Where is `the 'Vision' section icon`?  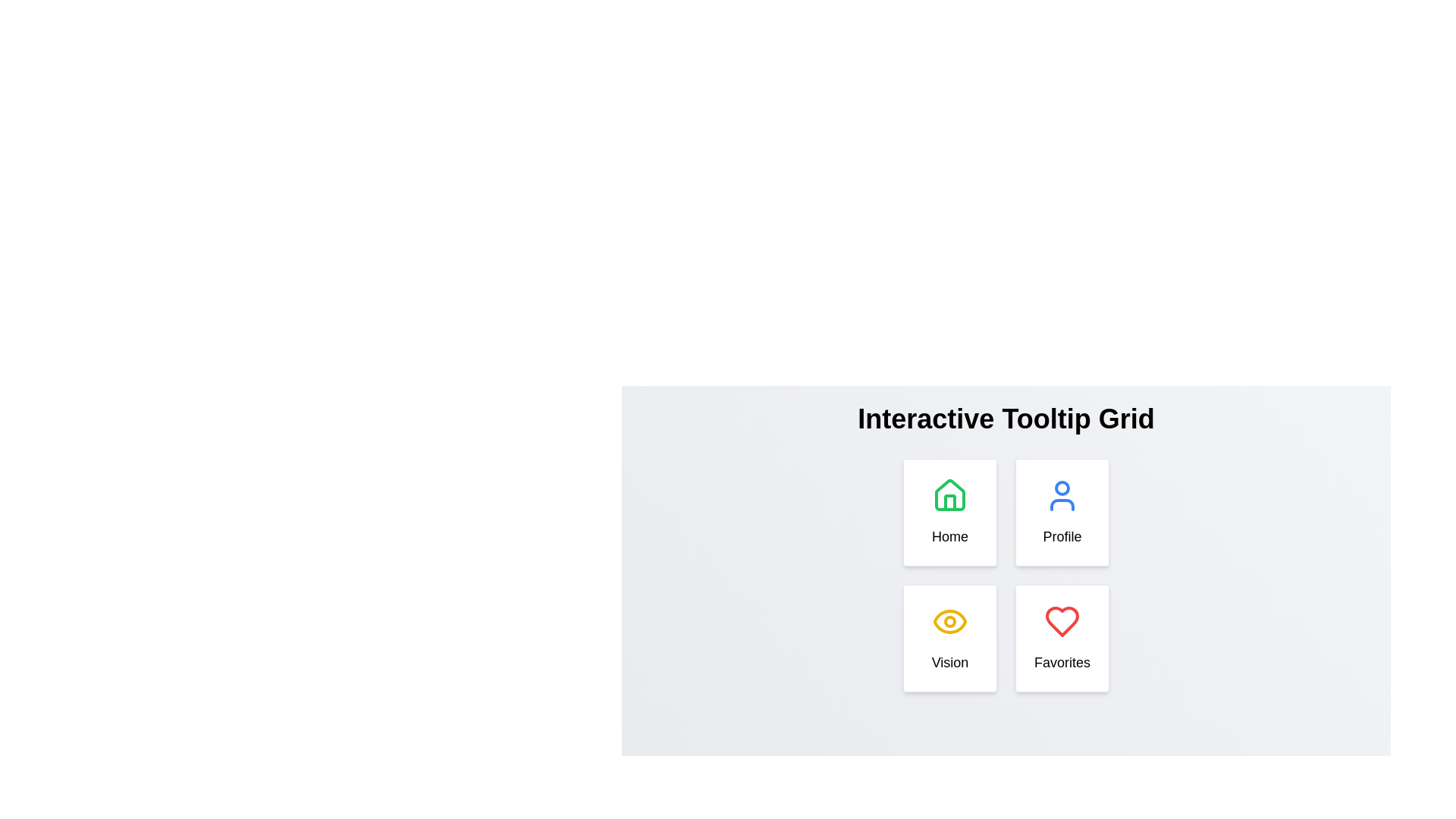
the 'Vision' section icon is located at coordinates (949, 622).